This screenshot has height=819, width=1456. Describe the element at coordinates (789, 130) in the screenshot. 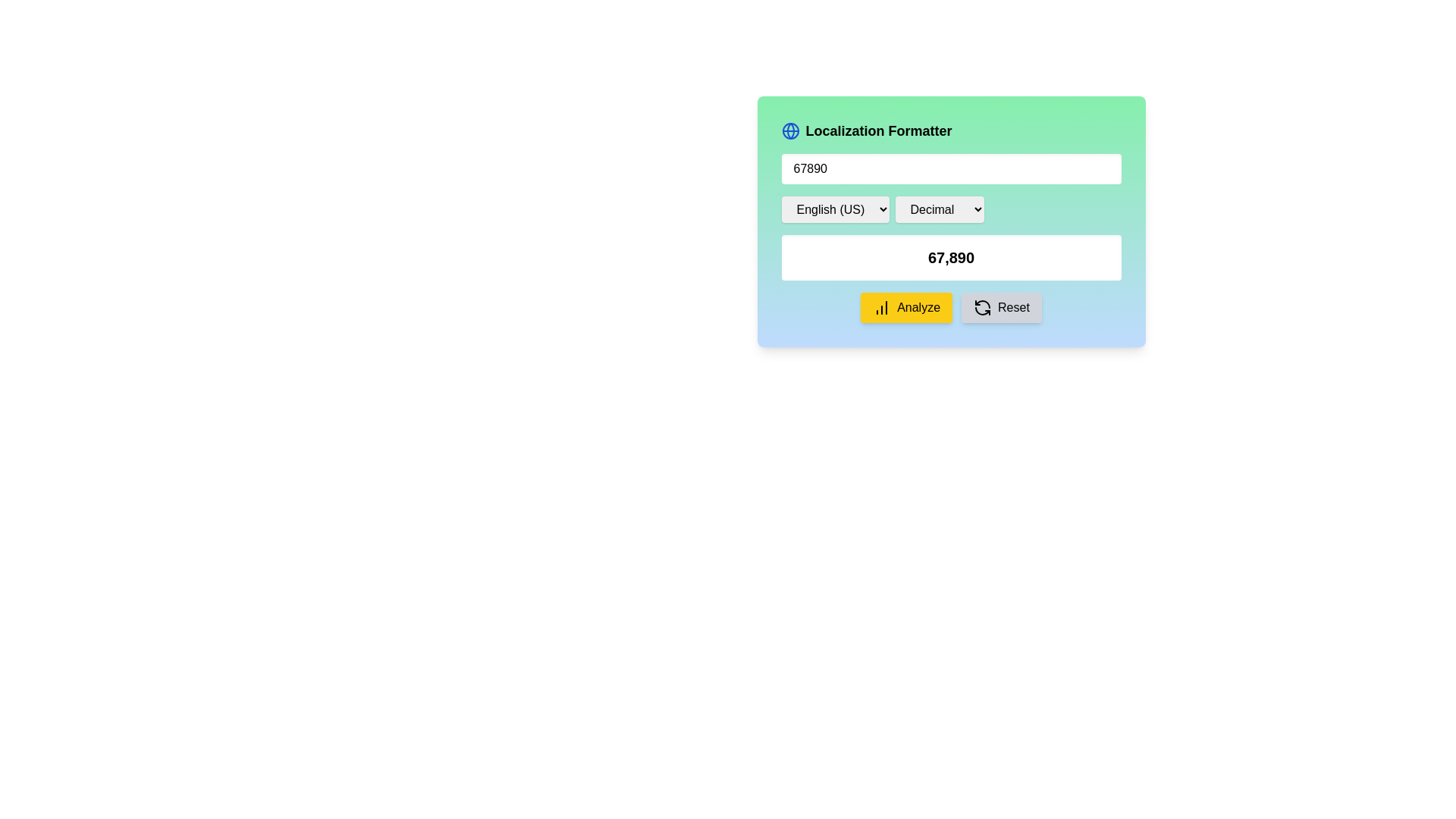

I see `the decorative globe icon located at the top-left of the 'Localization Formatter' card, positioned to the left of the title text` at that location.